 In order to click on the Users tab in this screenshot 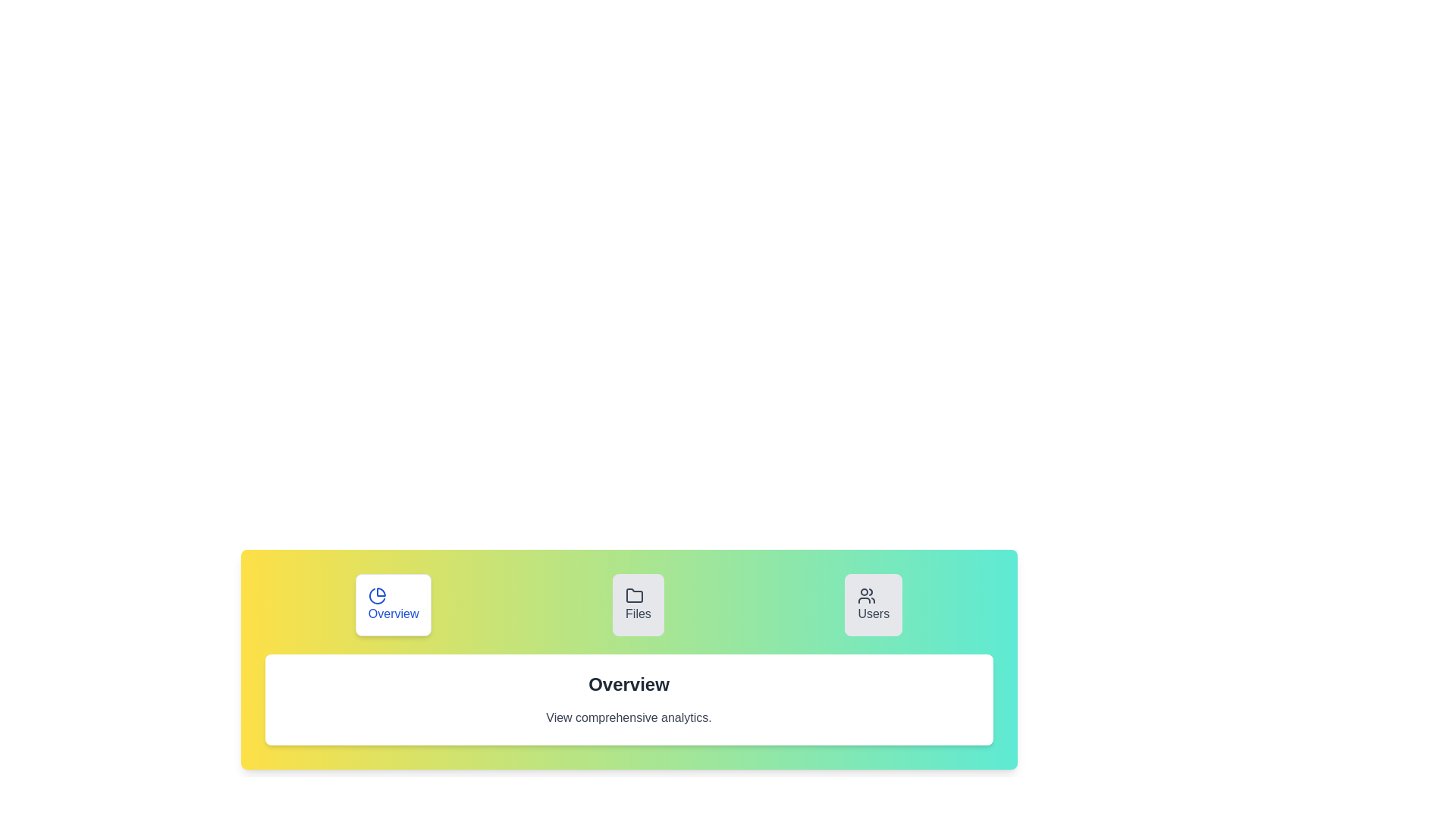, I will do `click(874, 604)`.